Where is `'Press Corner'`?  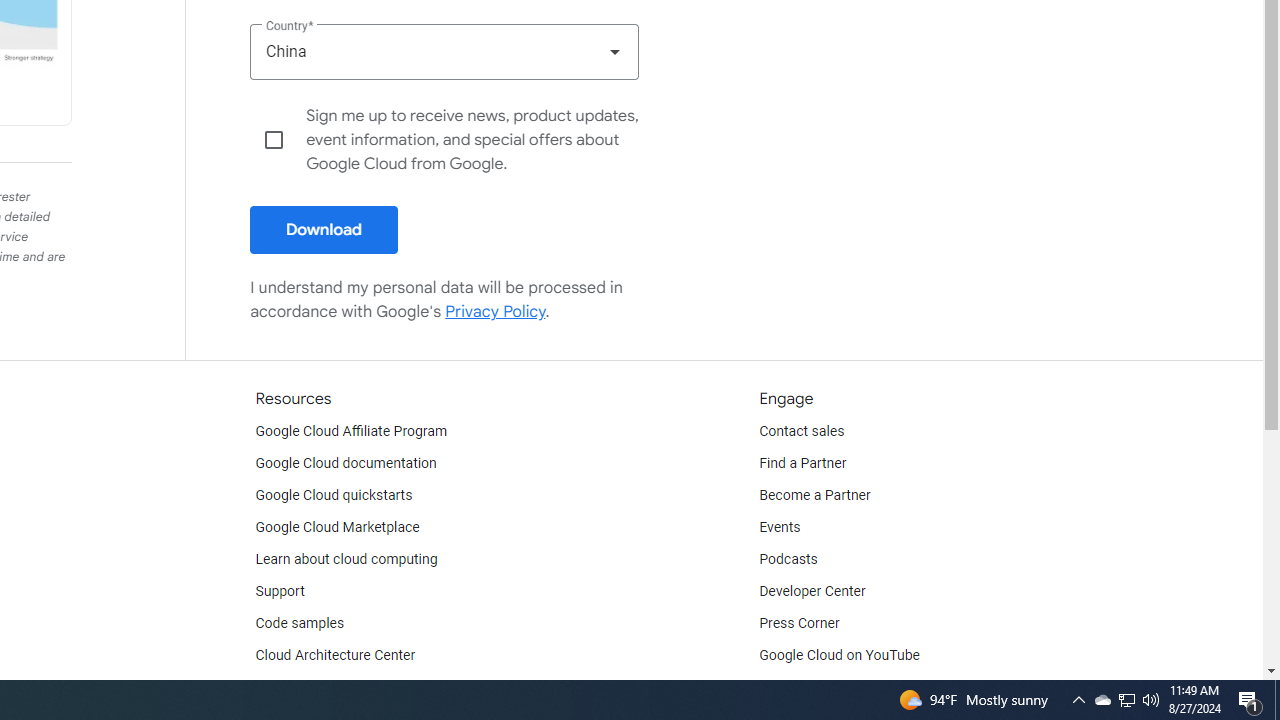 'Press Corner' is located at coordinates (798, 622).